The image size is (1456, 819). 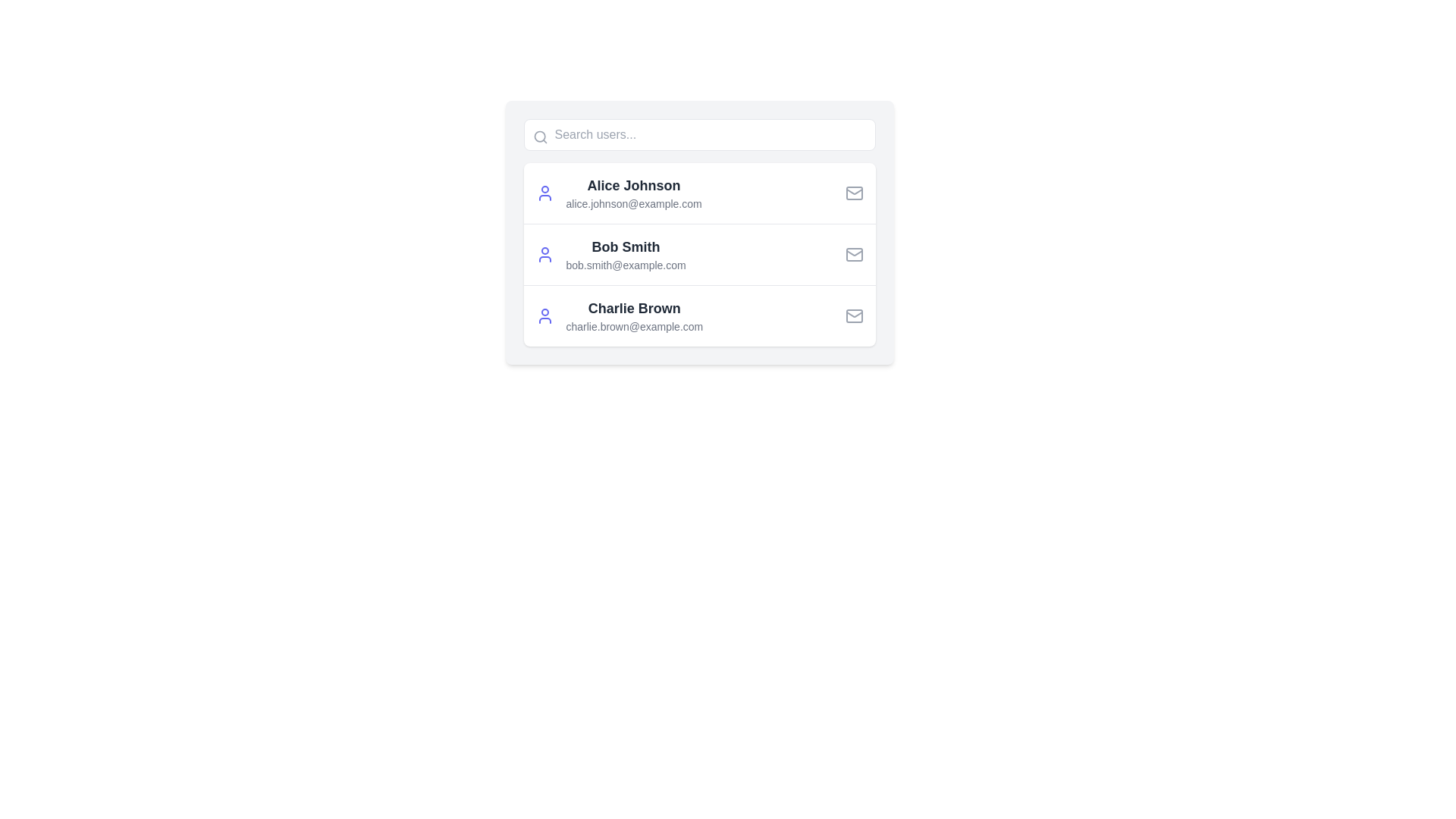 What do you see at coordinates (854, 315) in the screenshot?
I see `the envelope icon component located at the far right of the row containing the email address 'charlie.brown@example.com'` at bounding box center [854, 315].